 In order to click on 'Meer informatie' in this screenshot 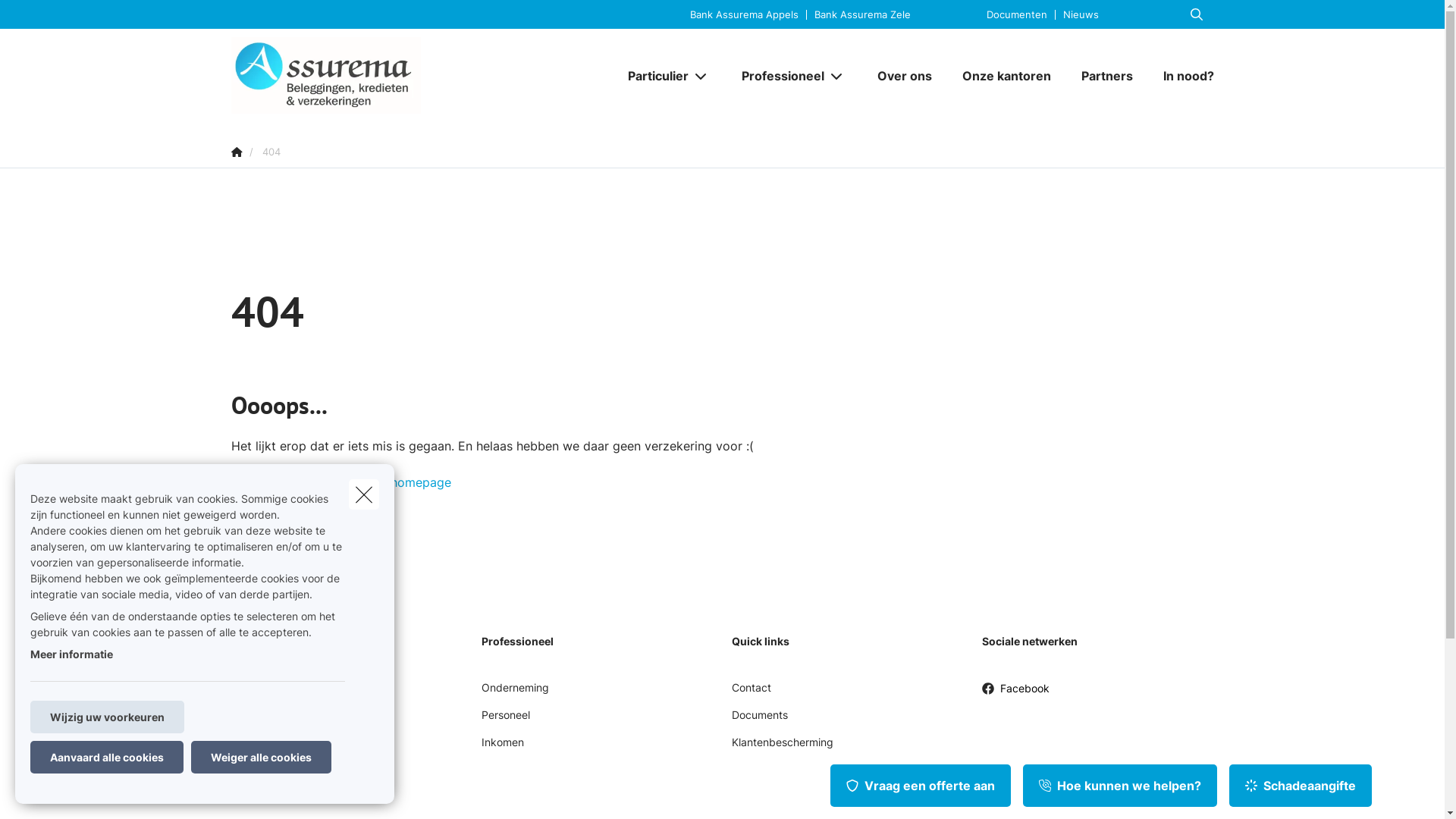, I will do `click(71, 653)`.